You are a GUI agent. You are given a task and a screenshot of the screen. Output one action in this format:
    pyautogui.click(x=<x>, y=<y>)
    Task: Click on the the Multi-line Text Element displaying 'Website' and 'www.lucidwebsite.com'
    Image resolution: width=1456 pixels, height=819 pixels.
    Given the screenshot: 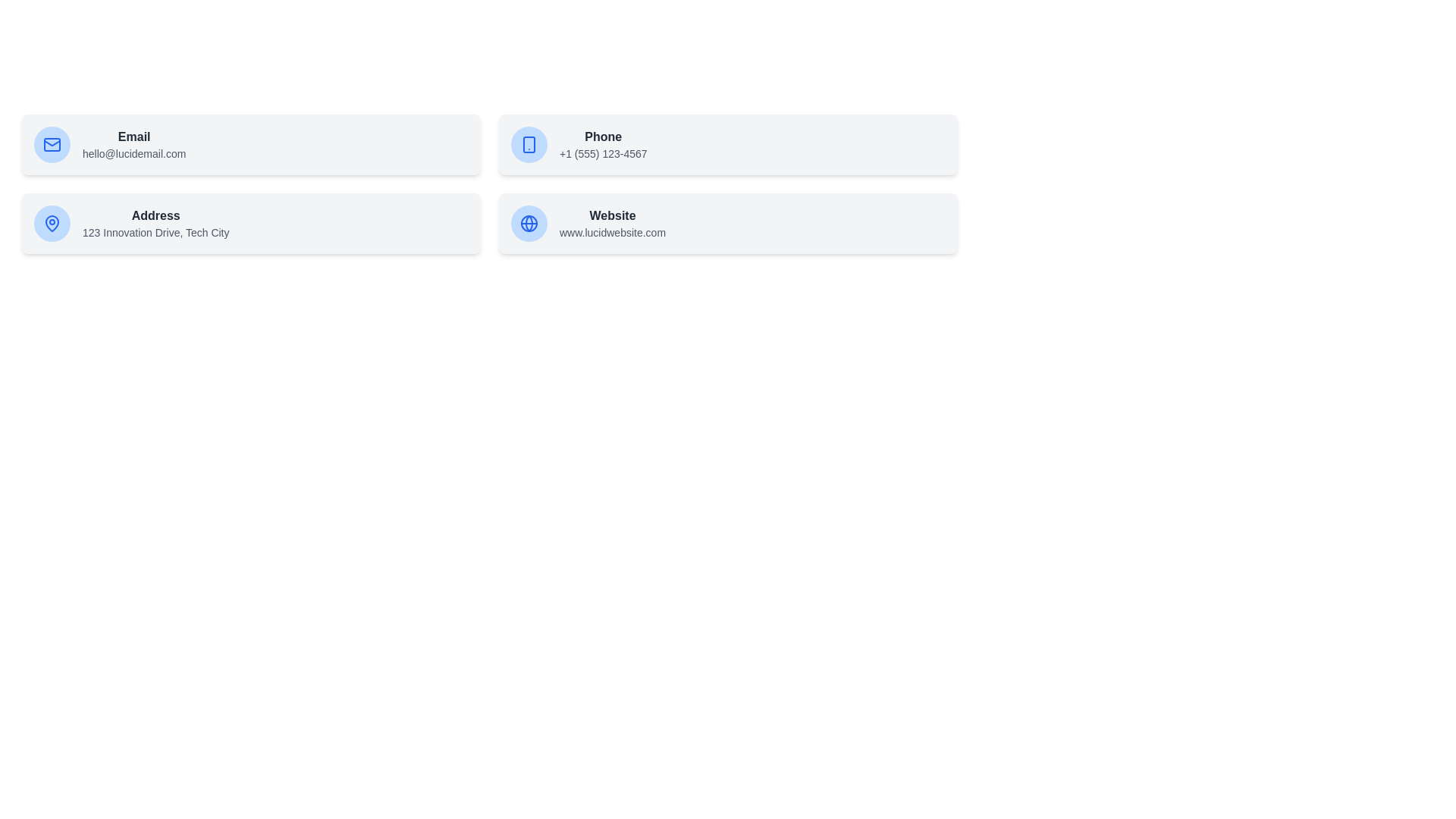 What is the action you would take?
    pyautogui.click(x=612, y=223)
    